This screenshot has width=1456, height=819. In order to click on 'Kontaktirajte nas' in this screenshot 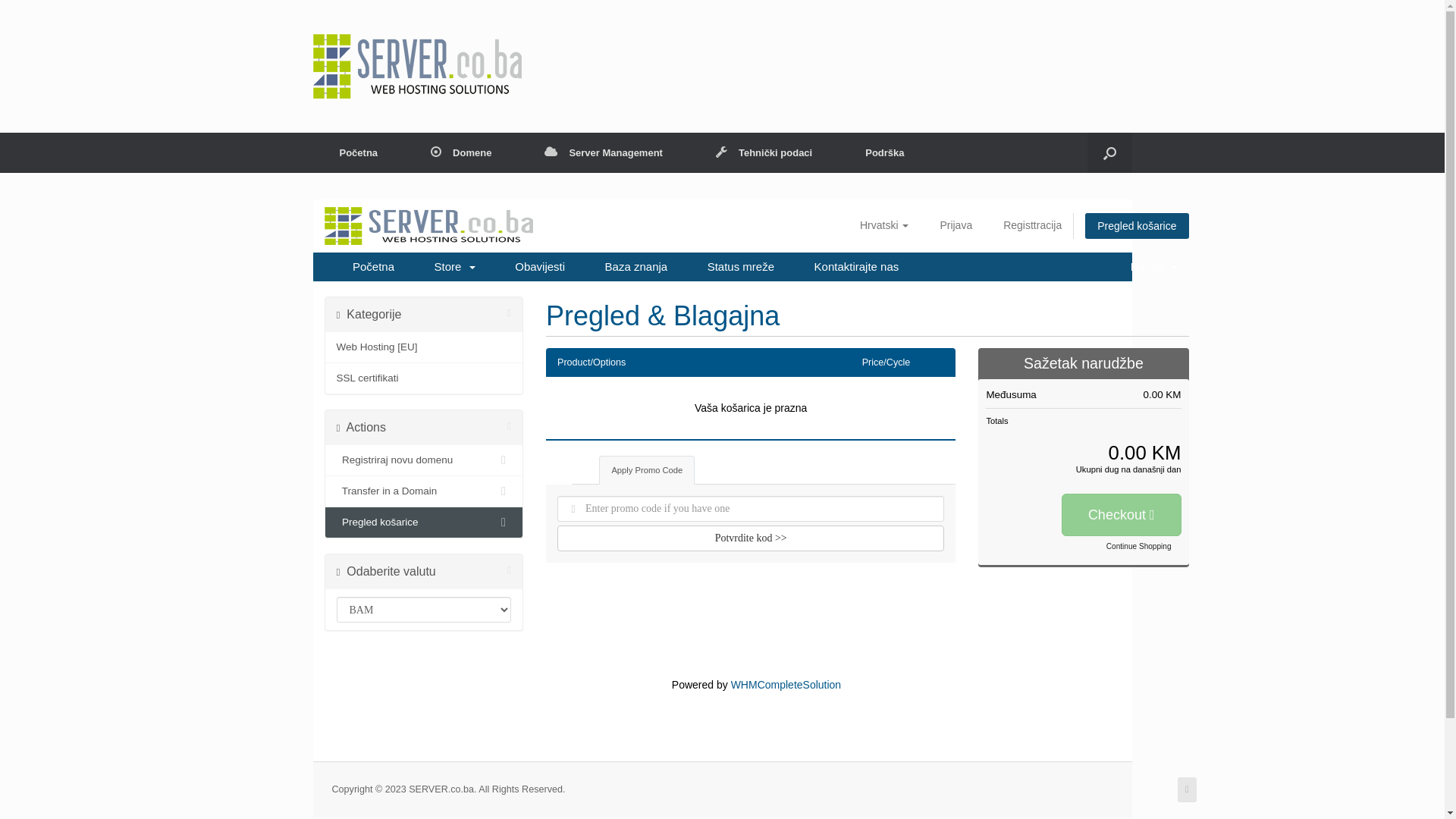, I will do `click(802, 265)`.